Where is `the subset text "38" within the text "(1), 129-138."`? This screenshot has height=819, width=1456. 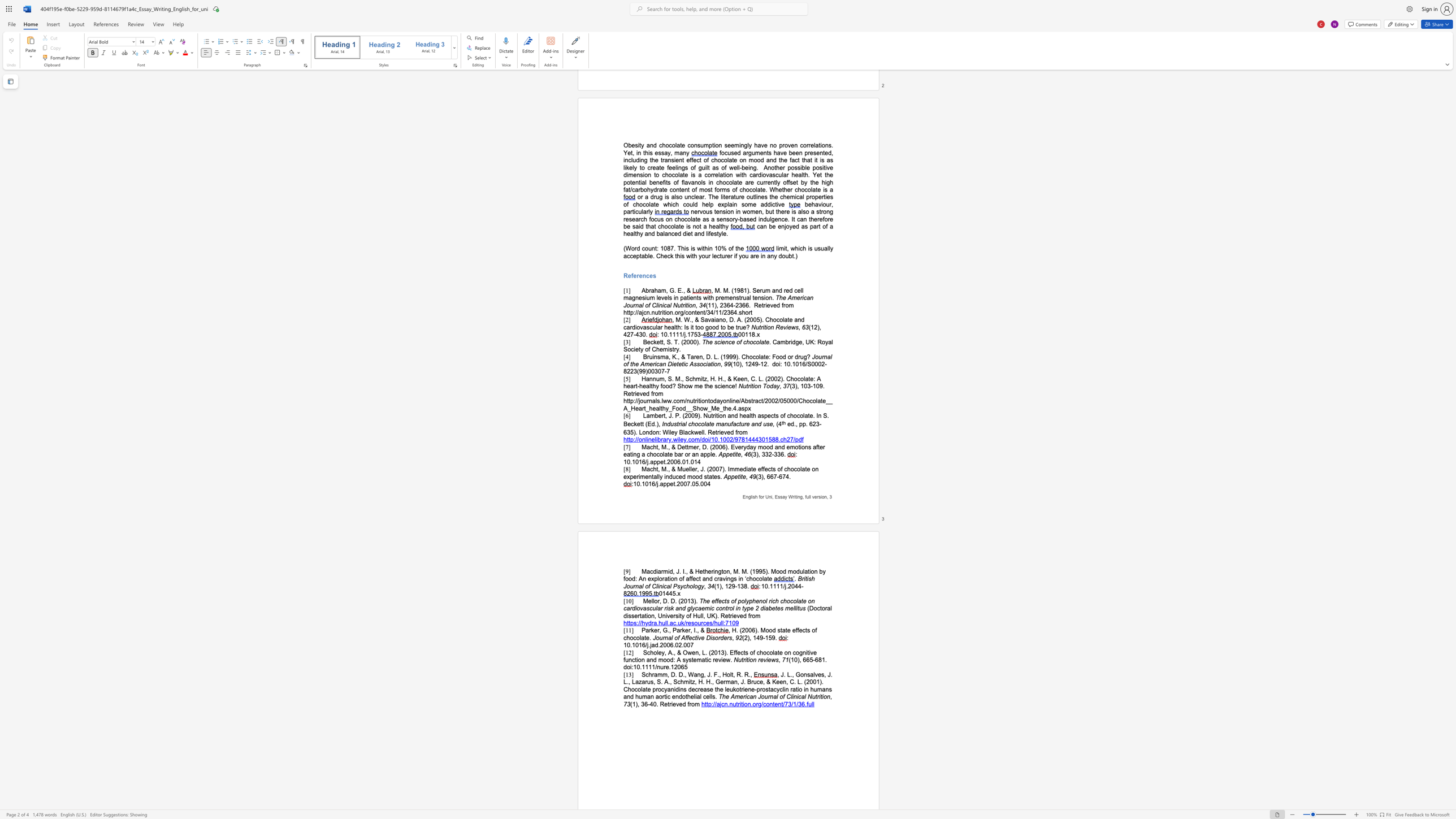 the subset text "38" within the text "(1), 129-138." is located at coordinates (740, 586).